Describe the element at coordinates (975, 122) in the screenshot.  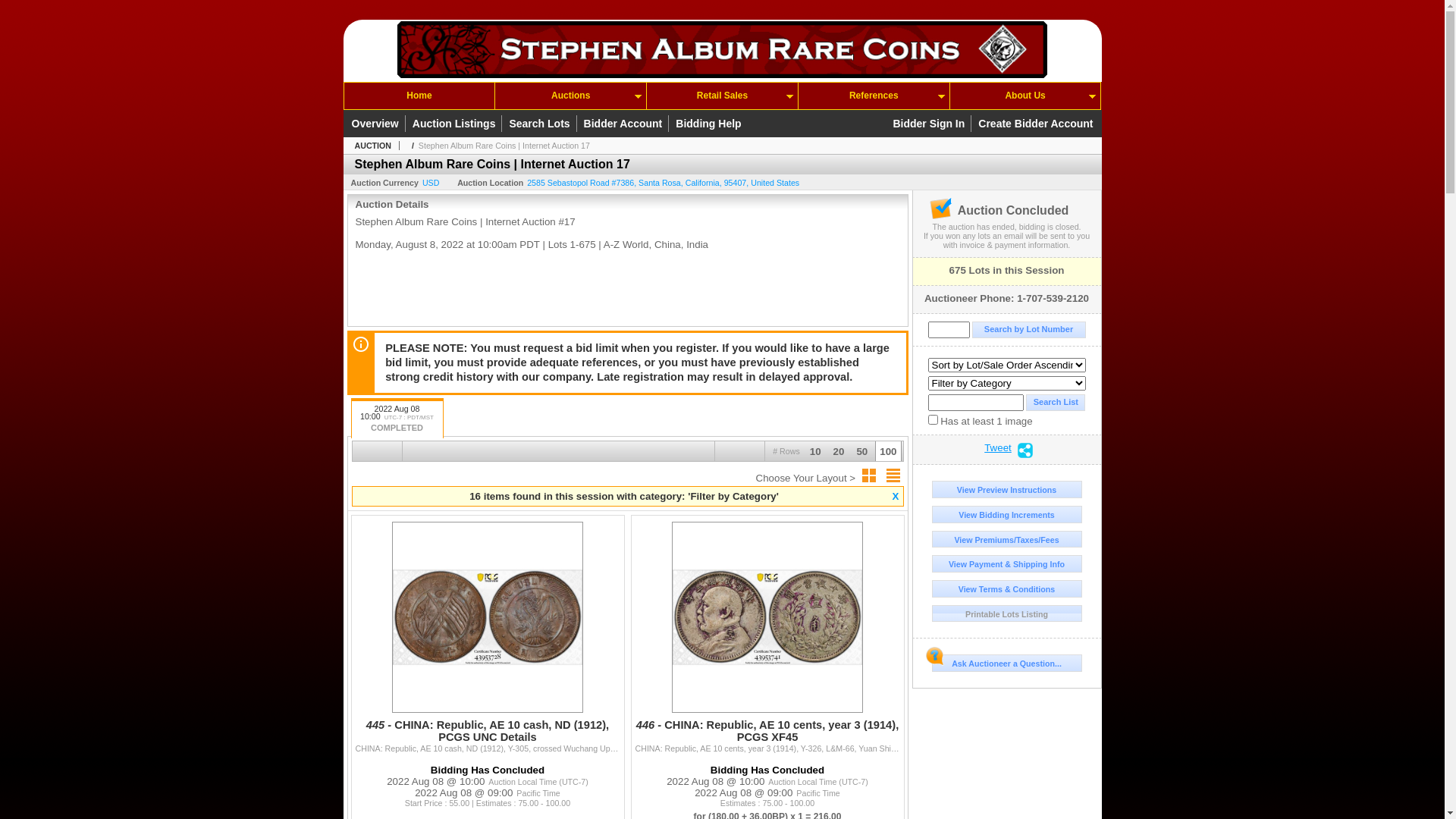
I see `'Create Bidder Account'` at that location.